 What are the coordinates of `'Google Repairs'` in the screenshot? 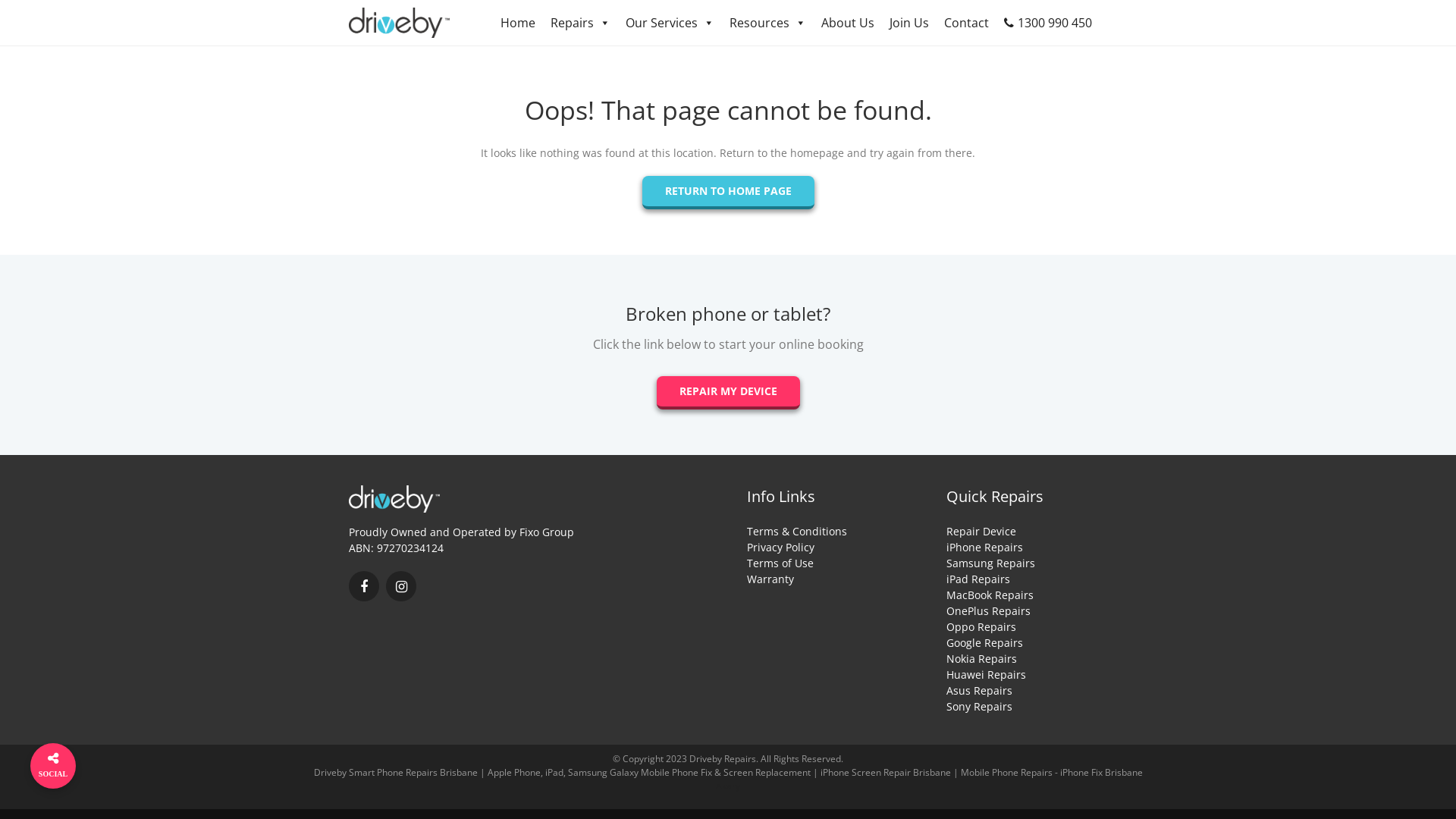 It's located at (984, 642).